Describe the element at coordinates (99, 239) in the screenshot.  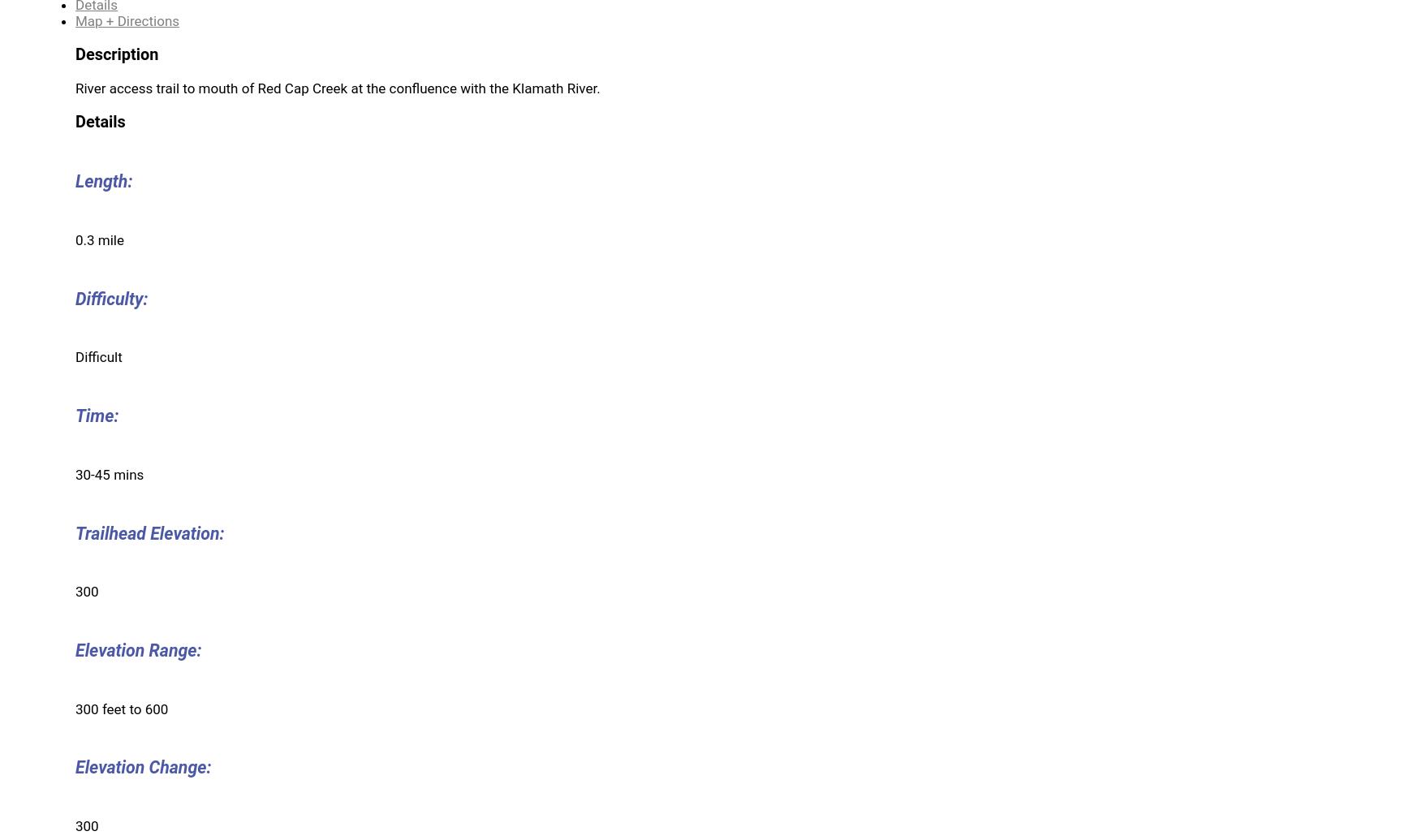
I see `'0.3 mile'` at that location.